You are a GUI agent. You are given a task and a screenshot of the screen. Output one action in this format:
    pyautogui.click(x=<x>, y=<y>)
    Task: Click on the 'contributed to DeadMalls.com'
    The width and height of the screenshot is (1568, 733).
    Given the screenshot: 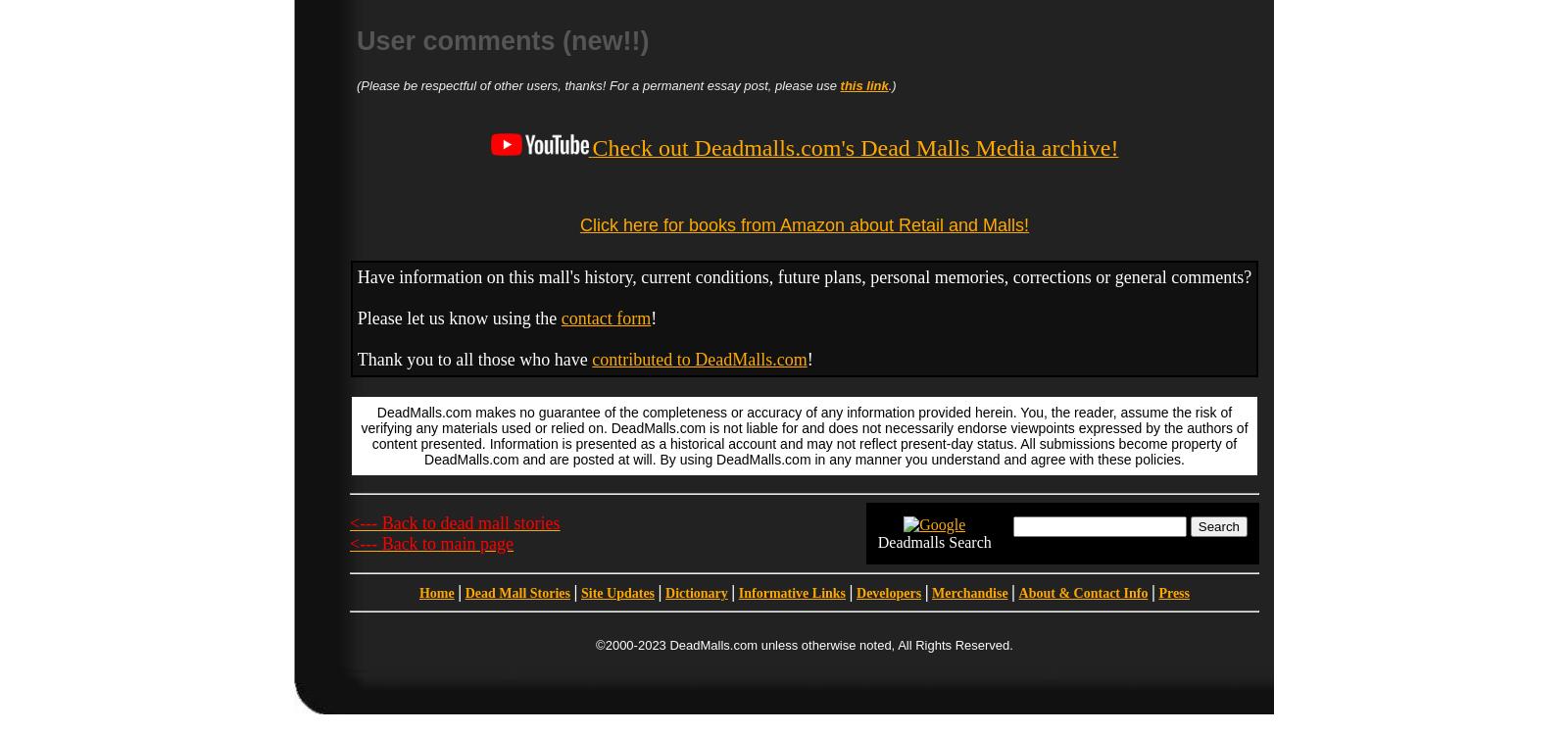 What is the action you would take?
    pyautogui.click(x=699, y=358)
    